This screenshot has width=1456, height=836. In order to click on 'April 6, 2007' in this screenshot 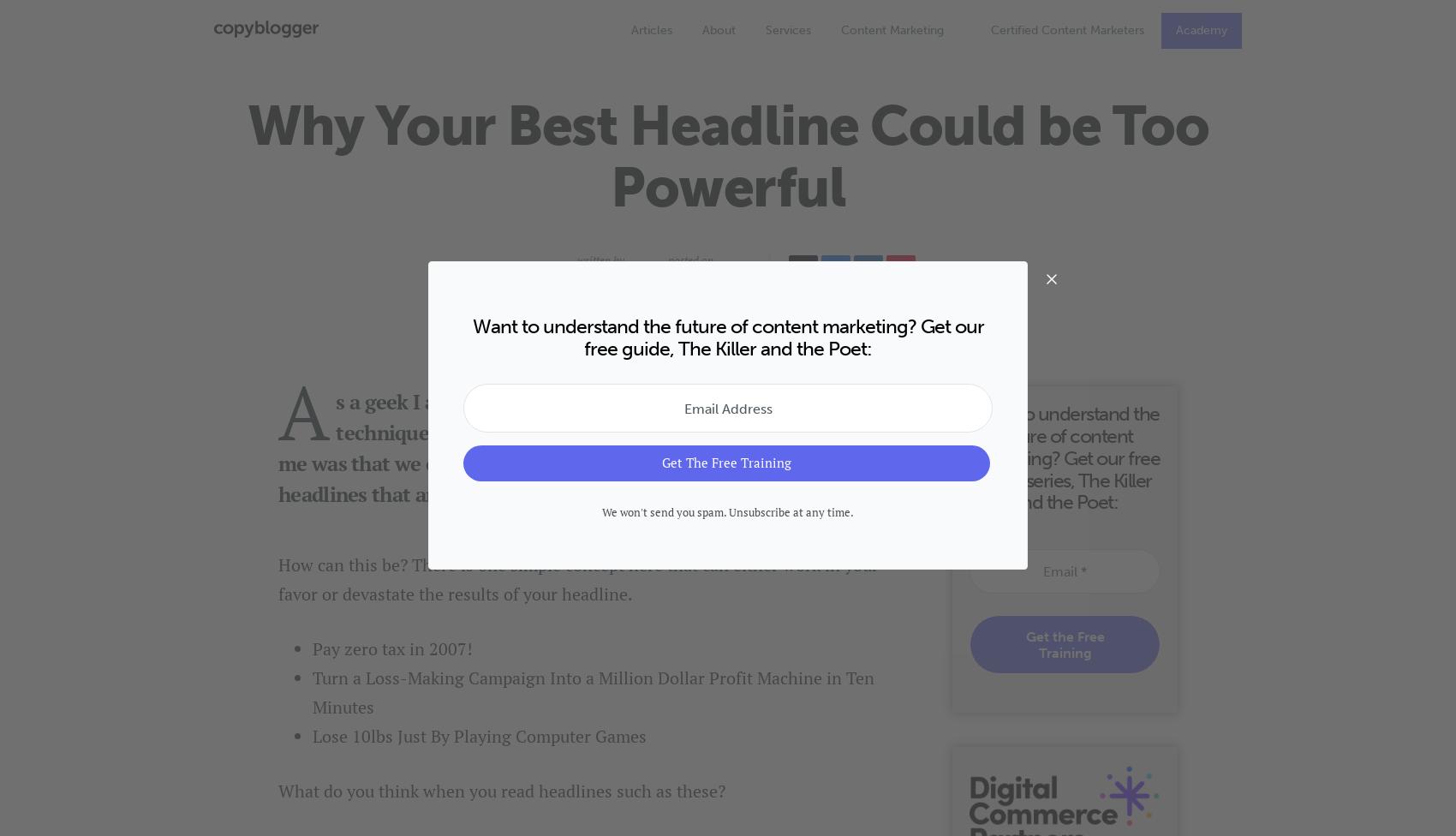, I will do `click(702, 278)`.